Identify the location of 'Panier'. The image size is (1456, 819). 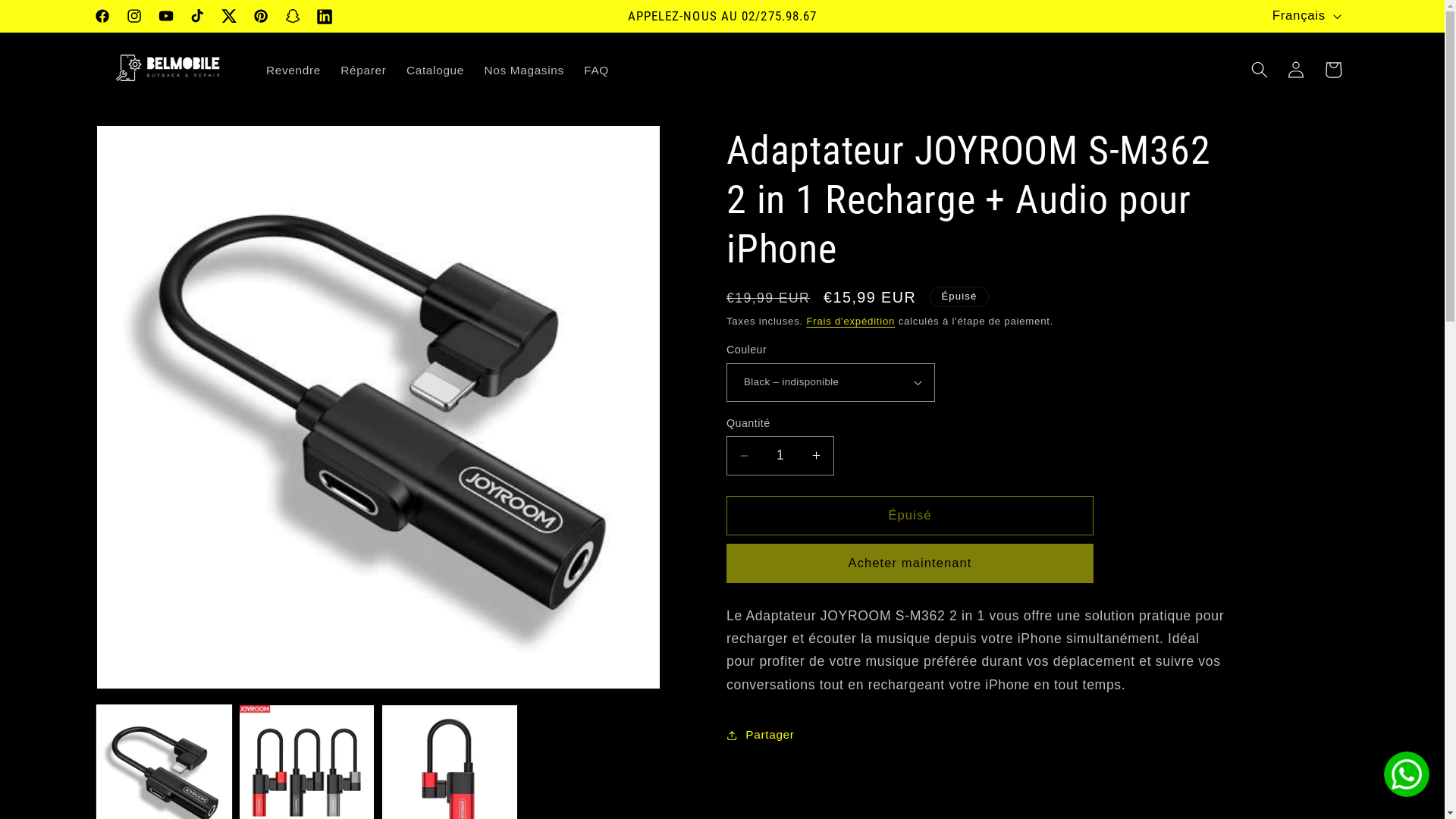
(1332, 70).